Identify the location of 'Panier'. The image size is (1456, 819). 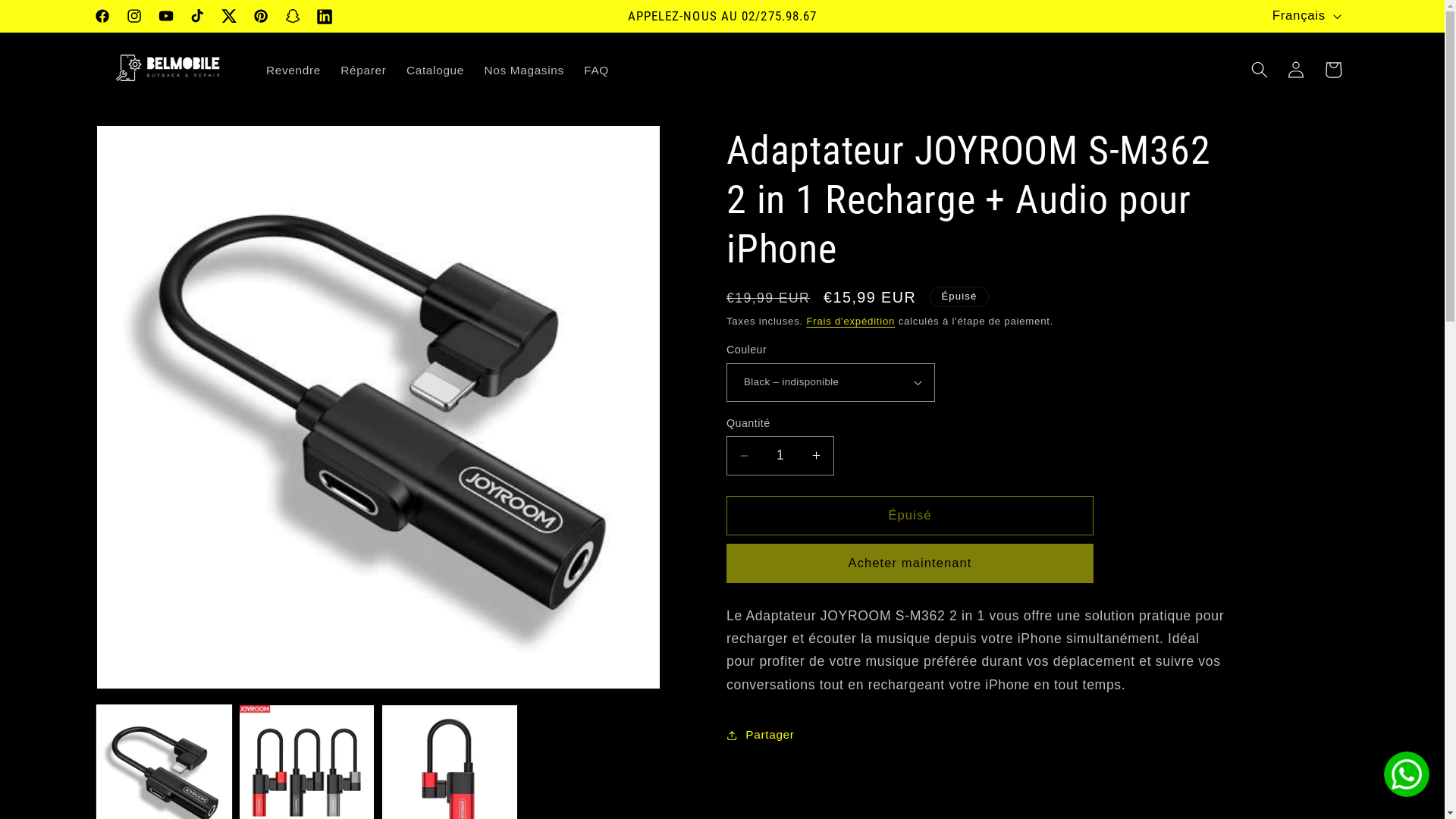
(1332, 70).